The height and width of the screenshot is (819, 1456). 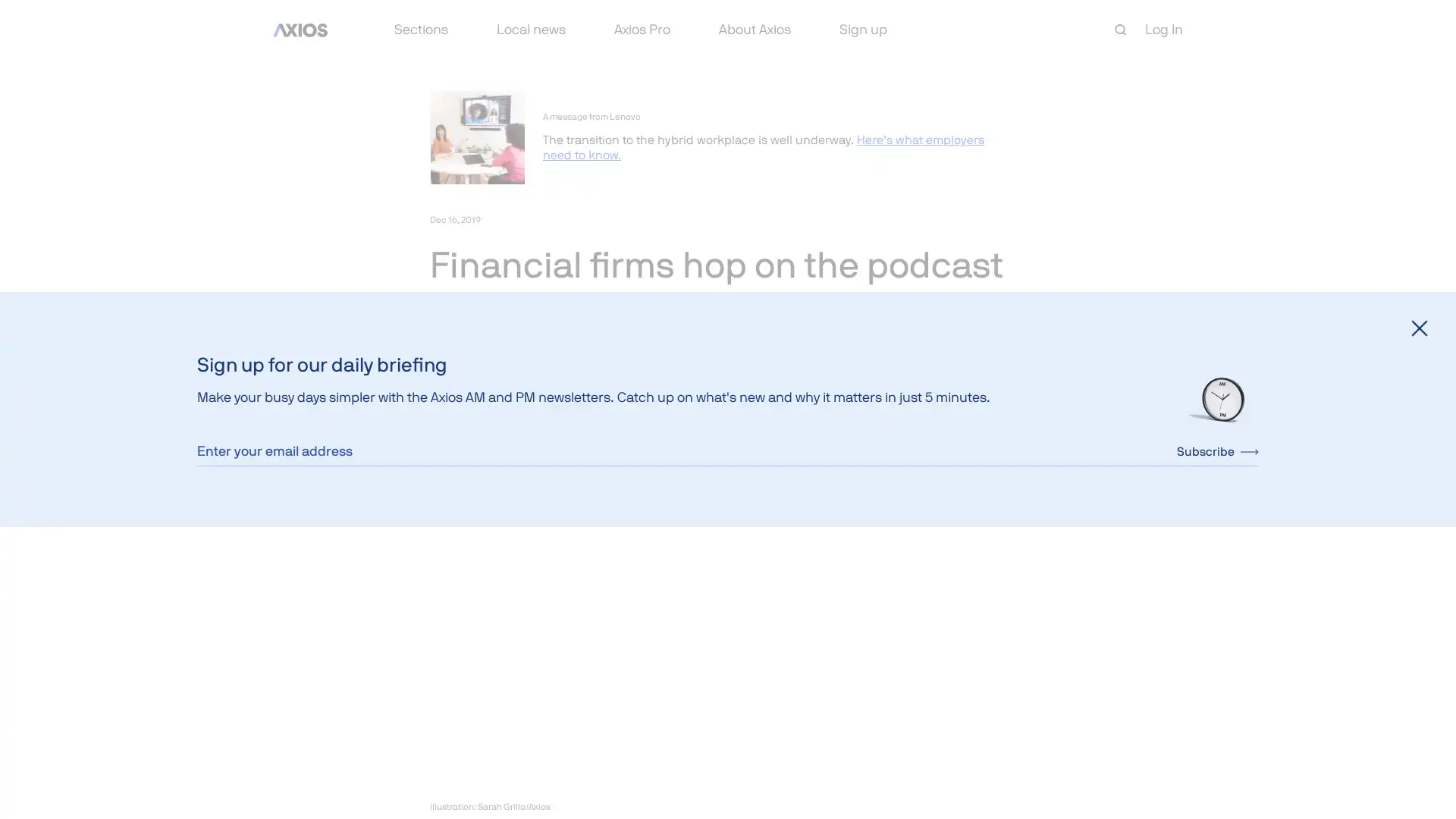 I want to click on Log In, so click(x=1163, y=29).